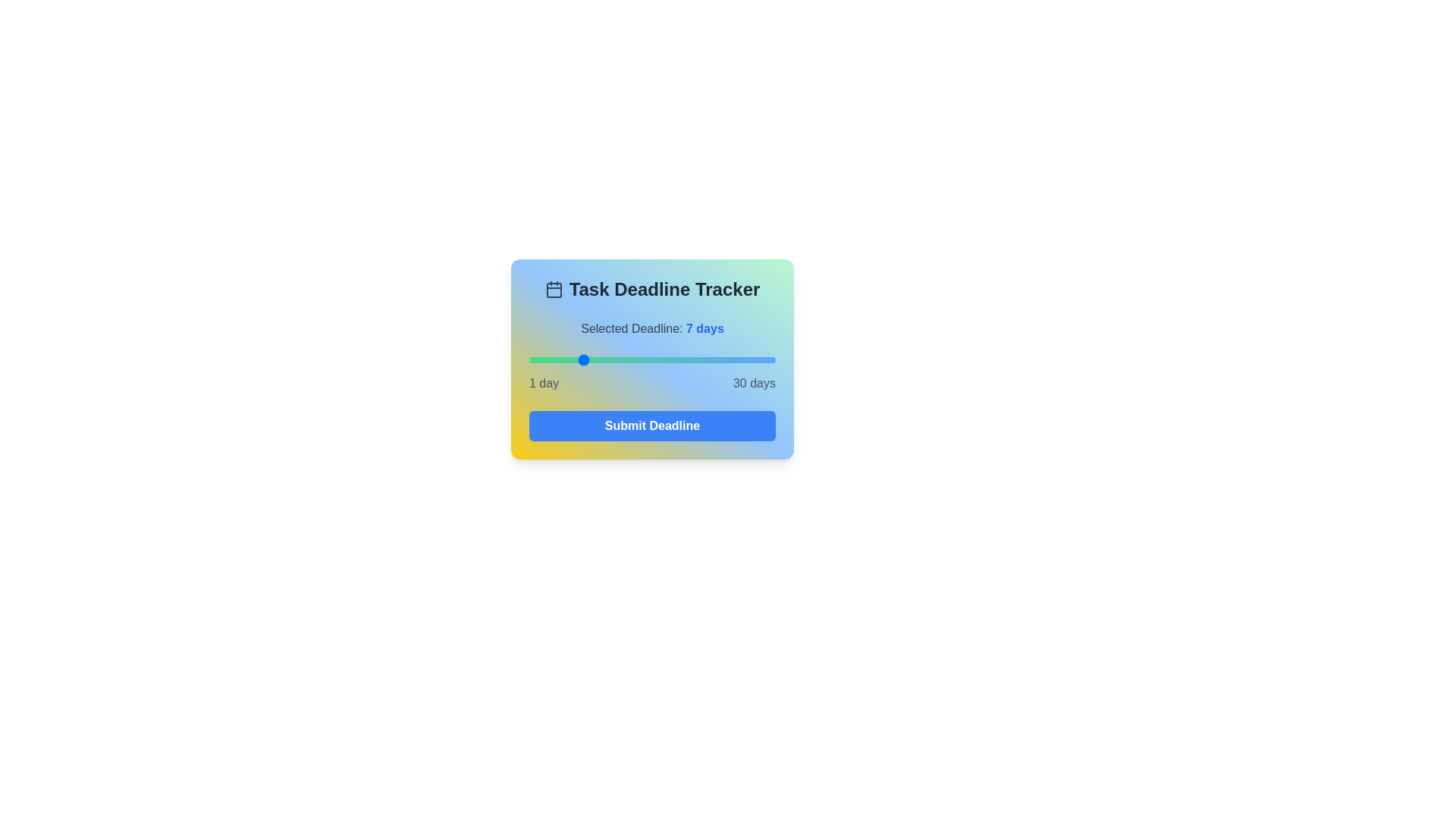 This screenshot has height=819, width=1456. Describe the element at coordinates (673, 359) in the screenshot. I see `the deadline to 18 days using the slider` at that location.